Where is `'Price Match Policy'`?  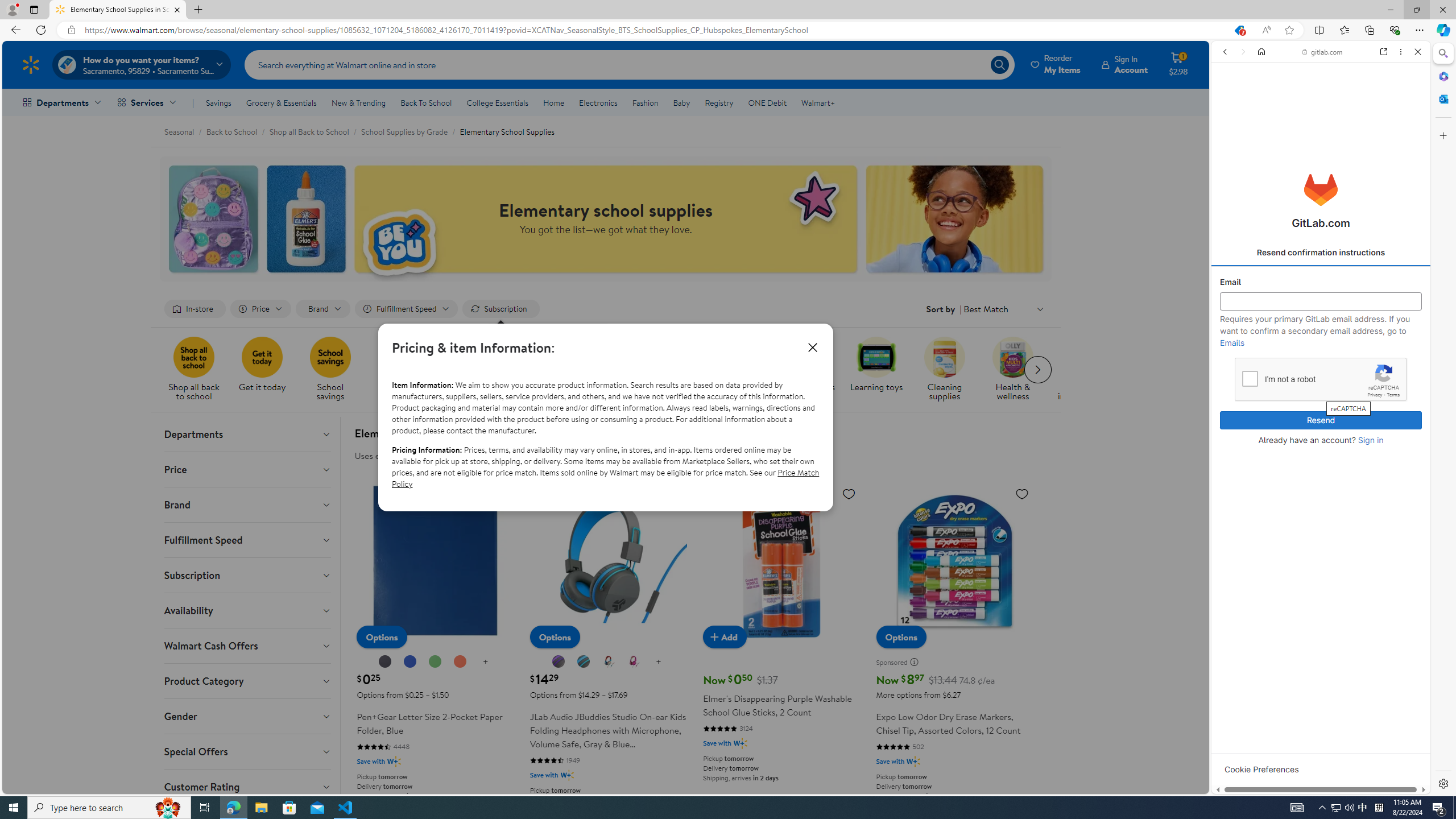 'Price Match Policy' is located at coordinates (605, 477).